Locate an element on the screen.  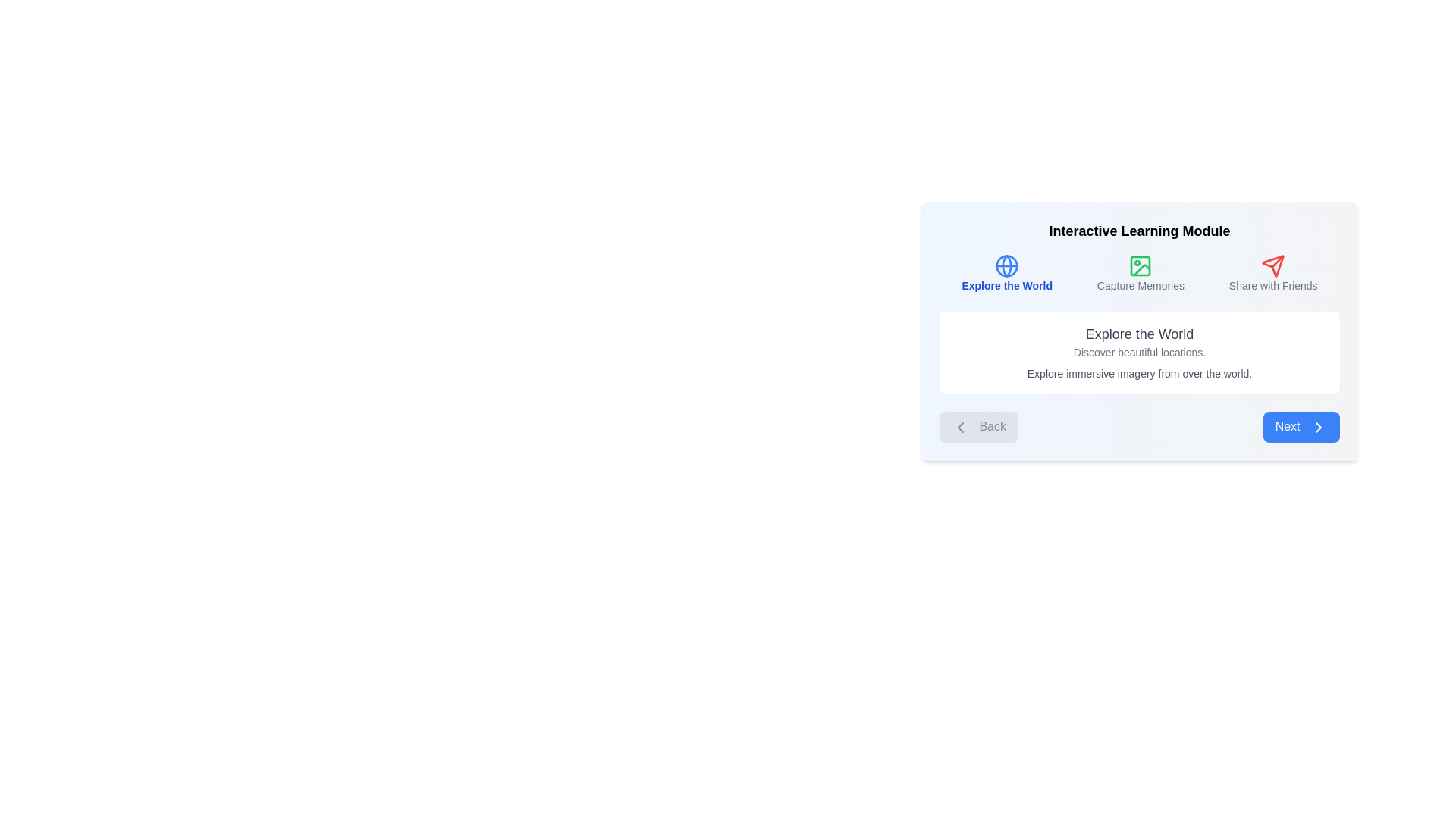
the left-pointing chevron icon which is styled with a thin, rounded line and located inside the rectangular button labeled 'Back', indicating a back navigation action is located at coordinates (960, 427).